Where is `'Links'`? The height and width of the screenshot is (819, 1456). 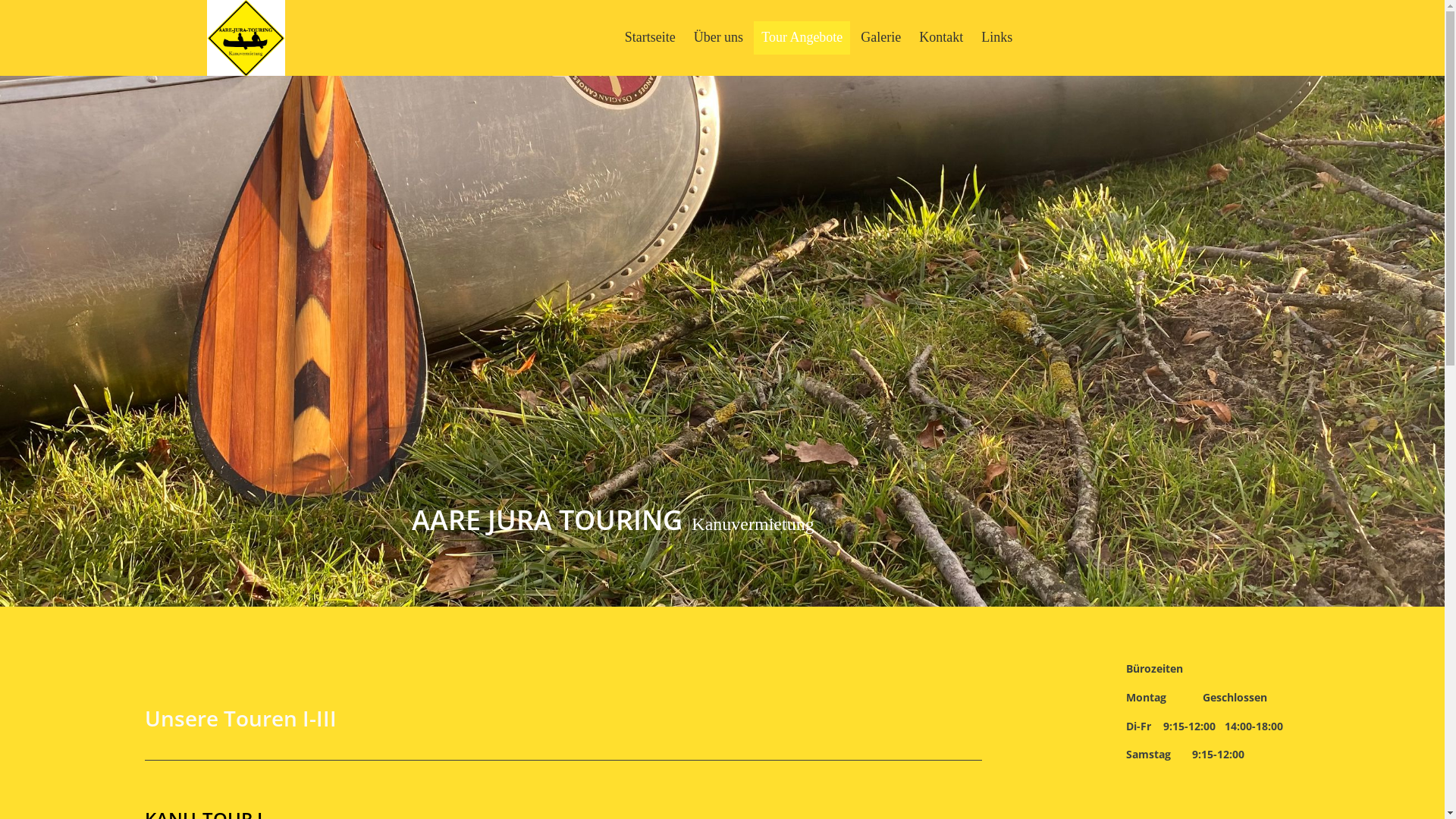 'Links' is located at coordinates (996, 36).